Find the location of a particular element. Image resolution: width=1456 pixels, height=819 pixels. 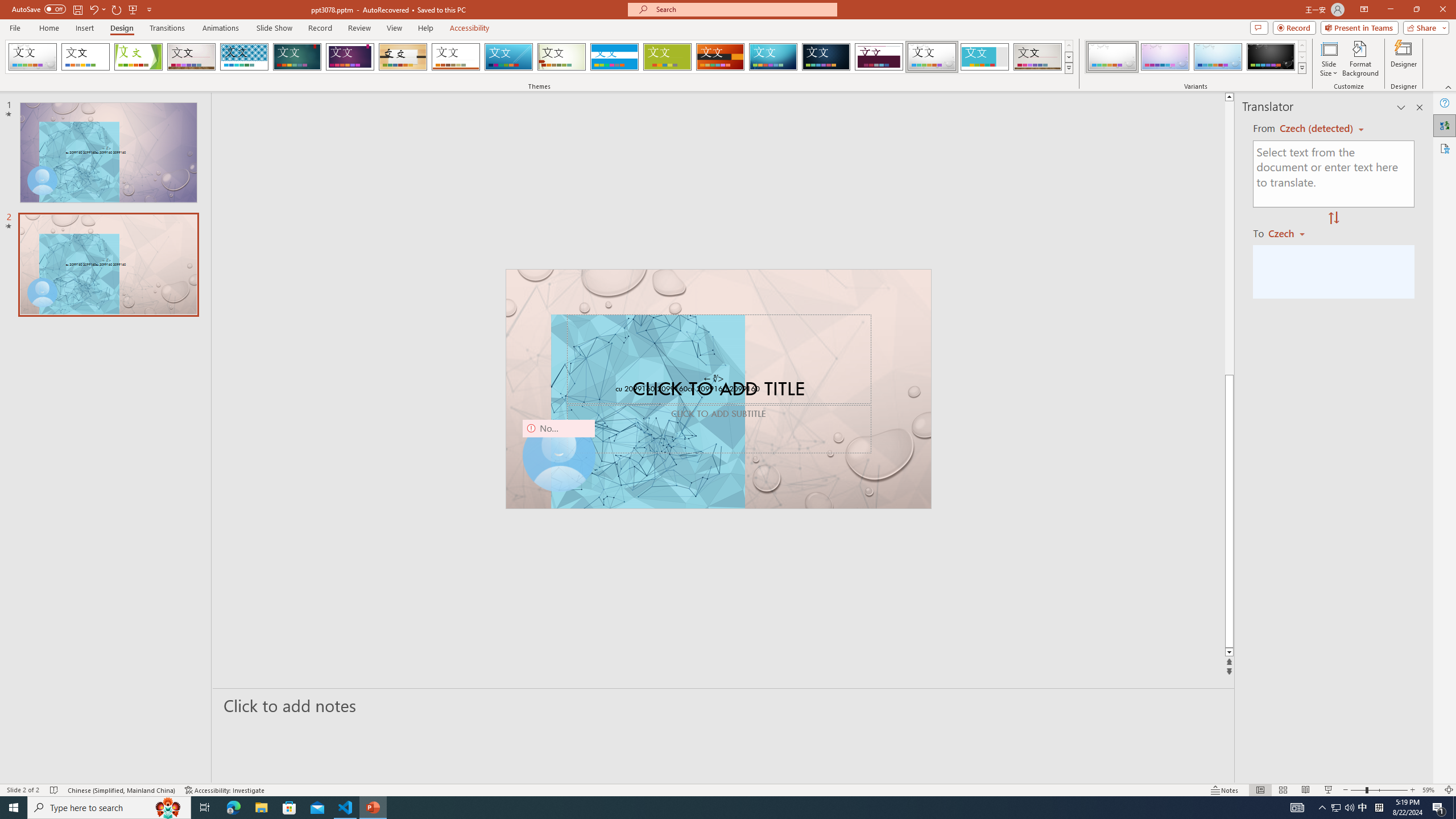

'Integral' is located at coordinates (244, 56).